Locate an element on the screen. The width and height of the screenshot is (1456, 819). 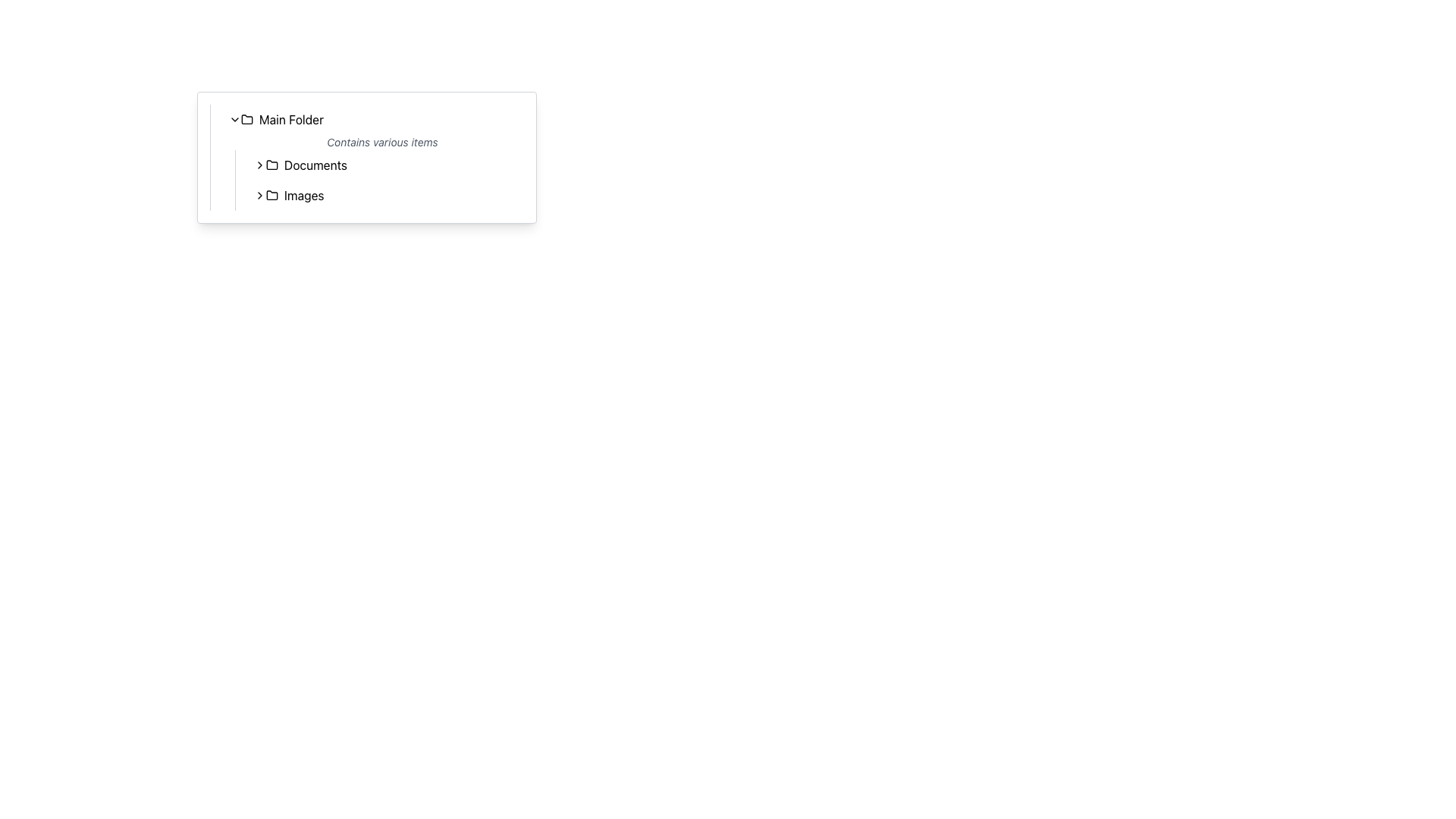
the chevron-right icon located adjacent to the 'Images' folder label, which is used for navigation or expansion is located at coordinates (259, 195).